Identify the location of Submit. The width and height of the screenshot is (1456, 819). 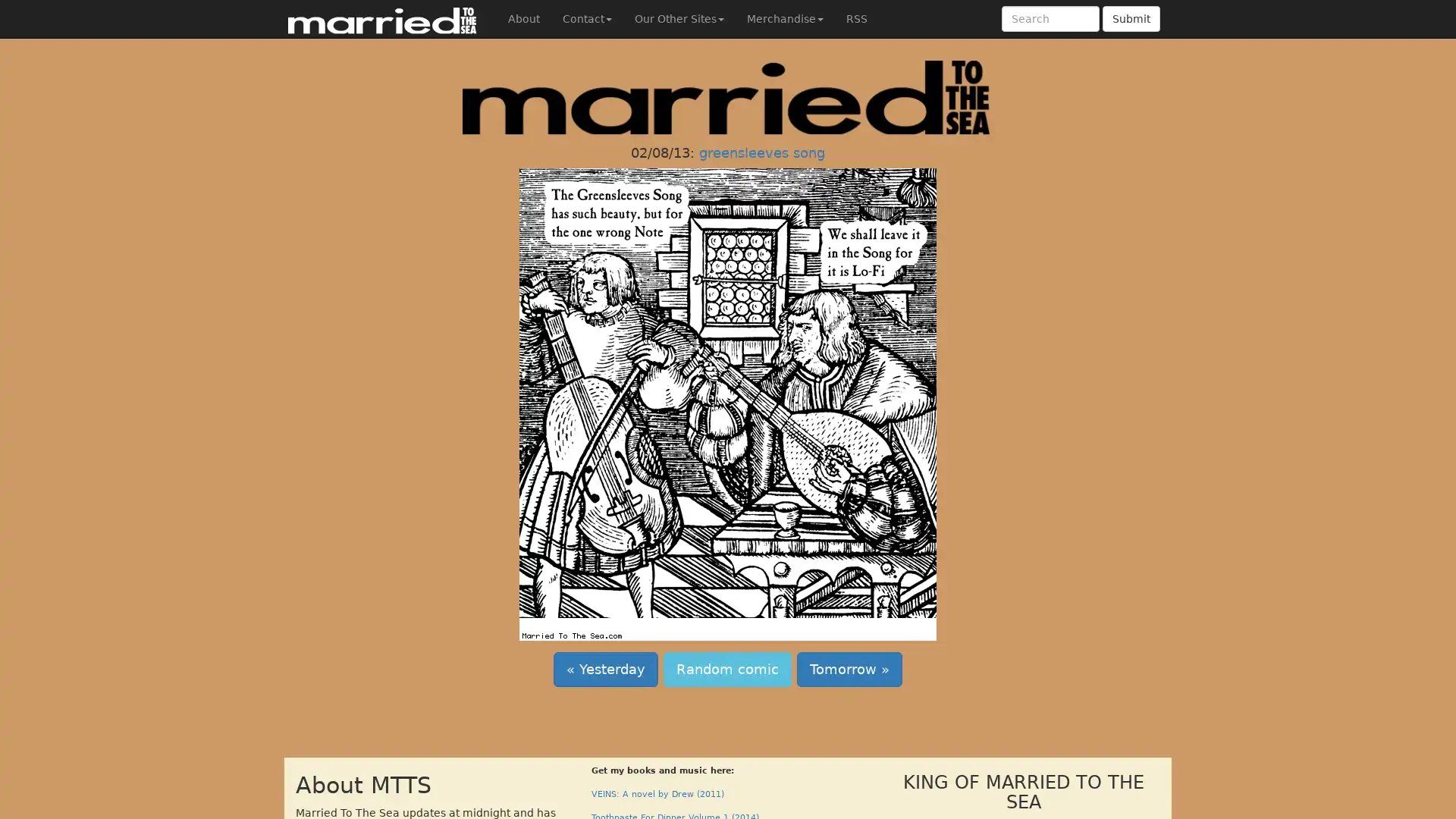
(1131, 18).